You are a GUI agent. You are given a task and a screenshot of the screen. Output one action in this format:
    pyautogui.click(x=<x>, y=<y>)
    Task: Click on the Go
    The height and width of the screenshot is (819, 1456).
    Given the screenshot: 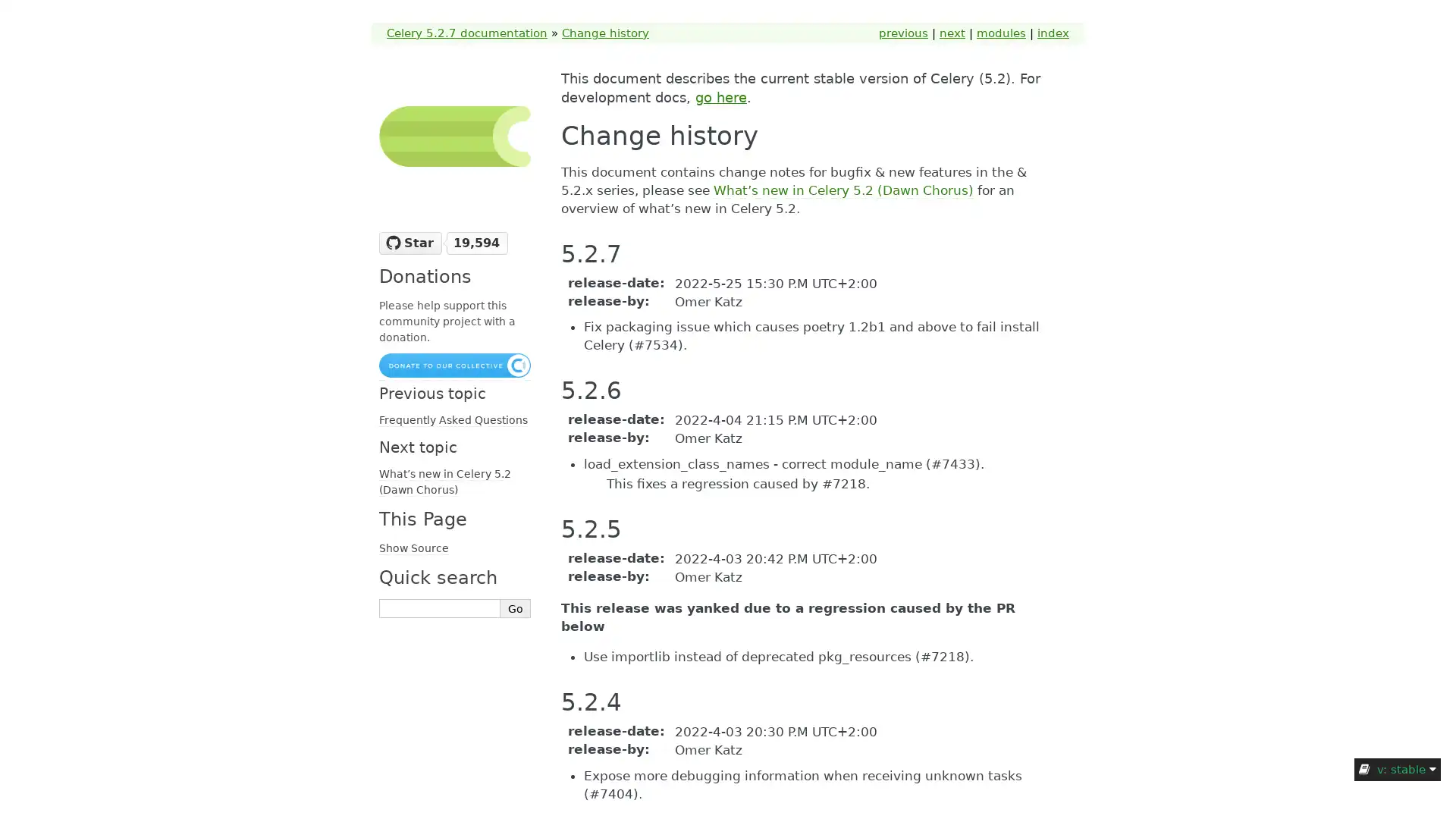 What is the action you would take?
    pyautogui.click(x=516, y=607)
    